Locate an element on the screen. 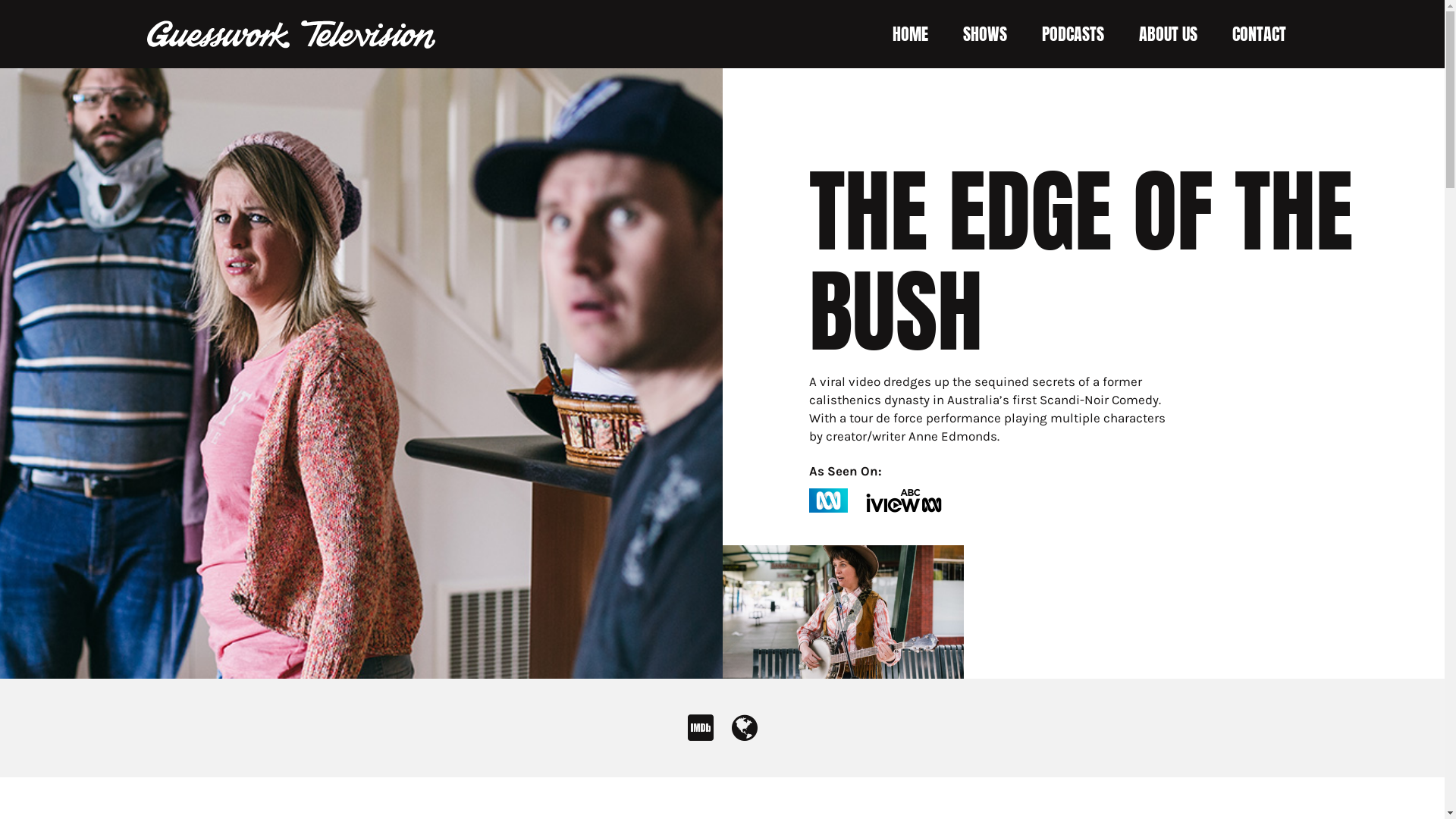  'ABOUT US' is located at coordinates (1167, 34).